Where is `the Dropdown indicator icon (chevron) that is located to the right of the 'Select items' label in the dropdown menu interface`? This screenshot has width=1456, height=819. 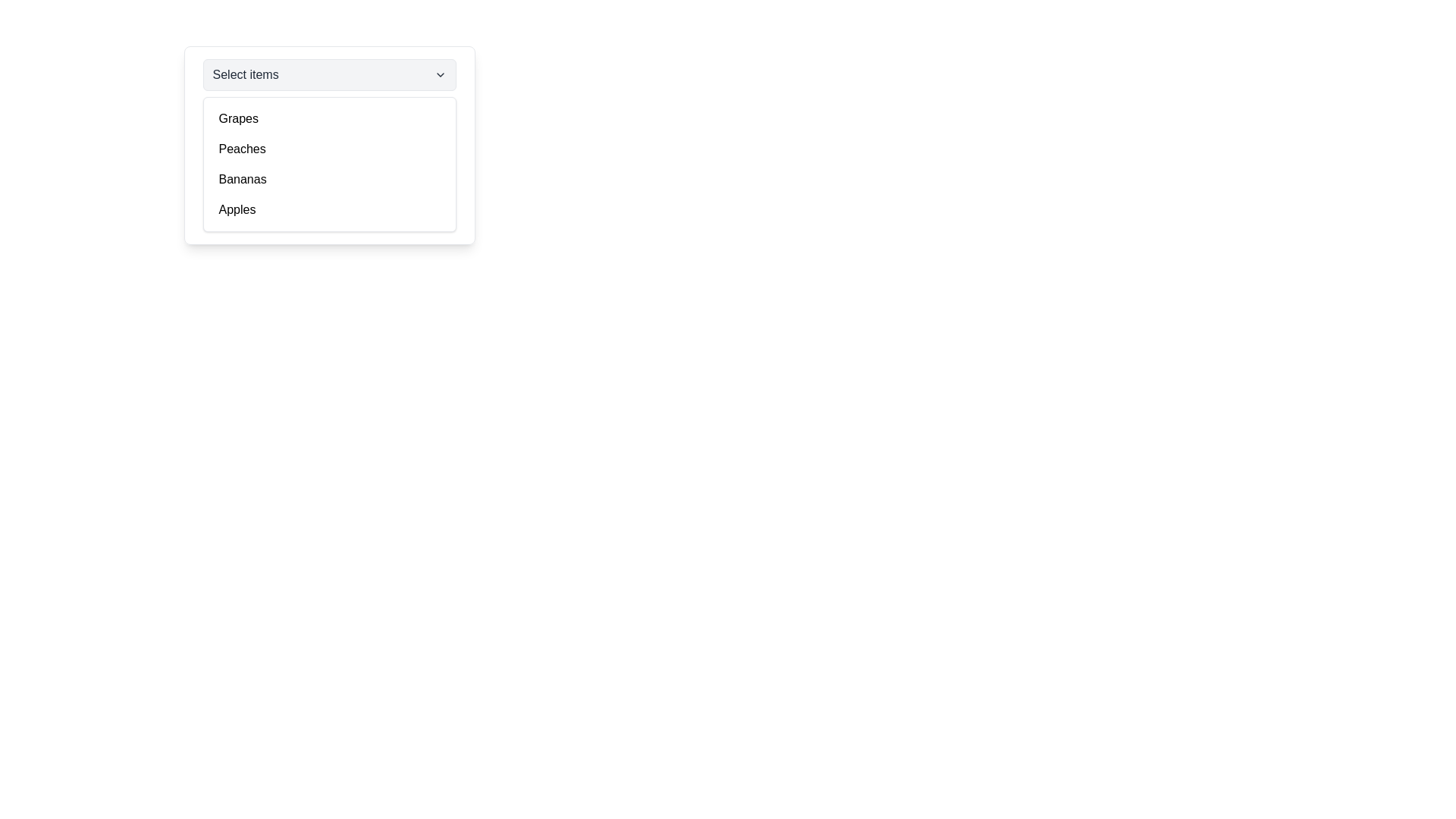
the Dropdown indicator icon (chevron) that is located to the right of the 'Select items' label in the dropdown menu interface is located at coordinates (439, 75).